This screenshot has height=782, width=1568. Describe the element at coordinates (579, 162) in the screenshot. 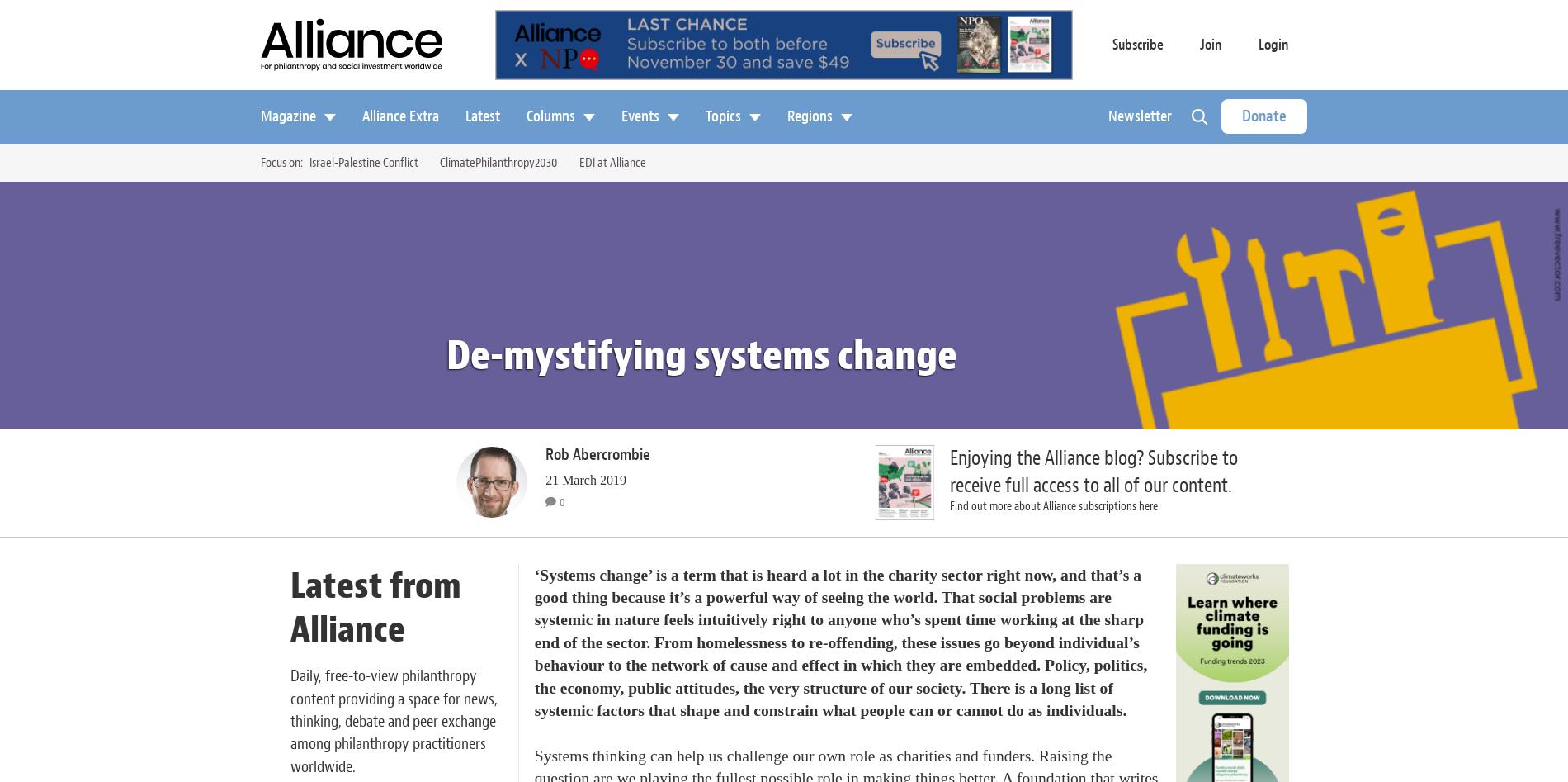

I see `'EDI at Alliance'` at that location.